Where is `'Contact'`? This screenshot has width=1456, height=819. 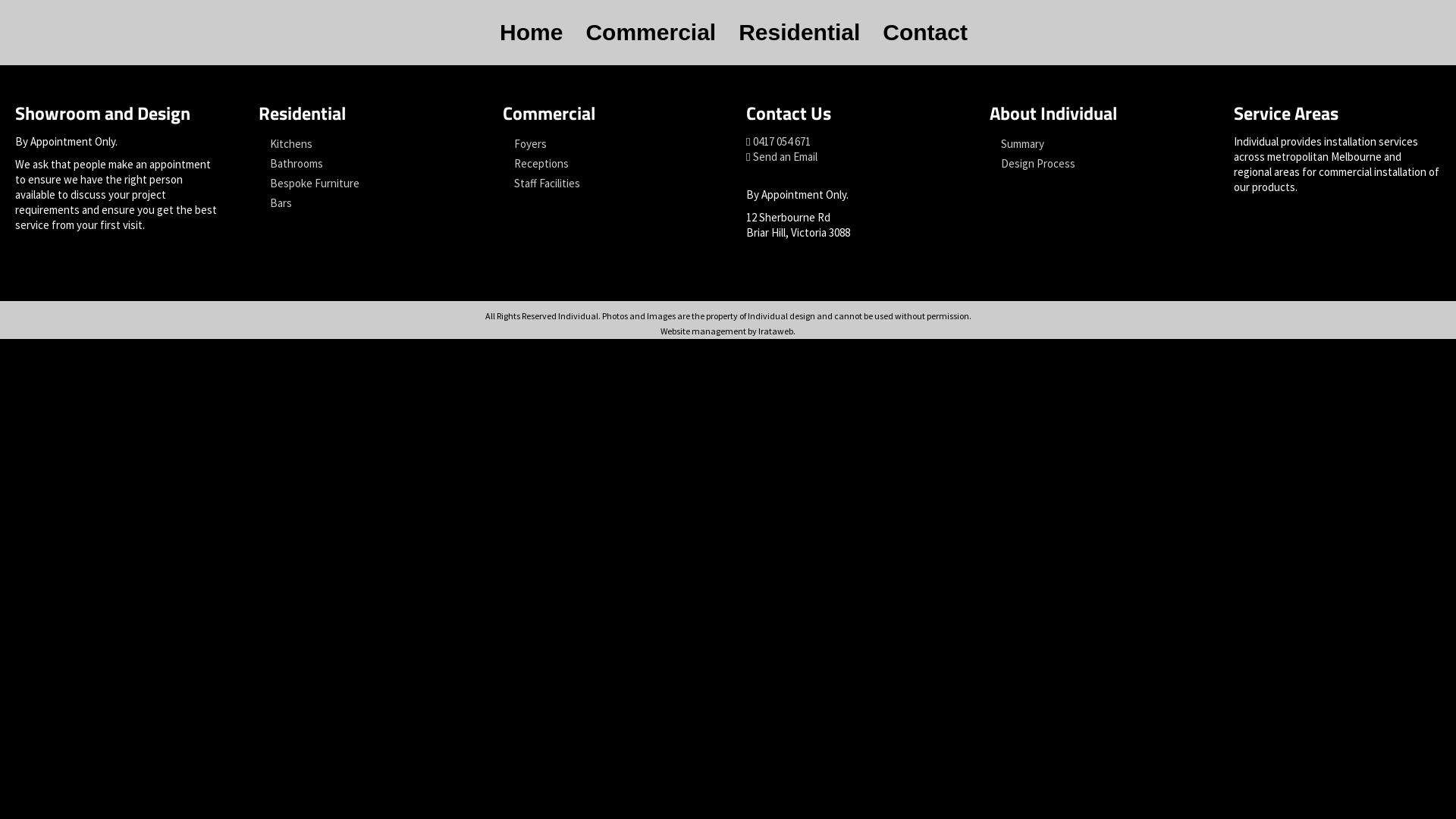 'Contact' is located at coordinates (924, 32).